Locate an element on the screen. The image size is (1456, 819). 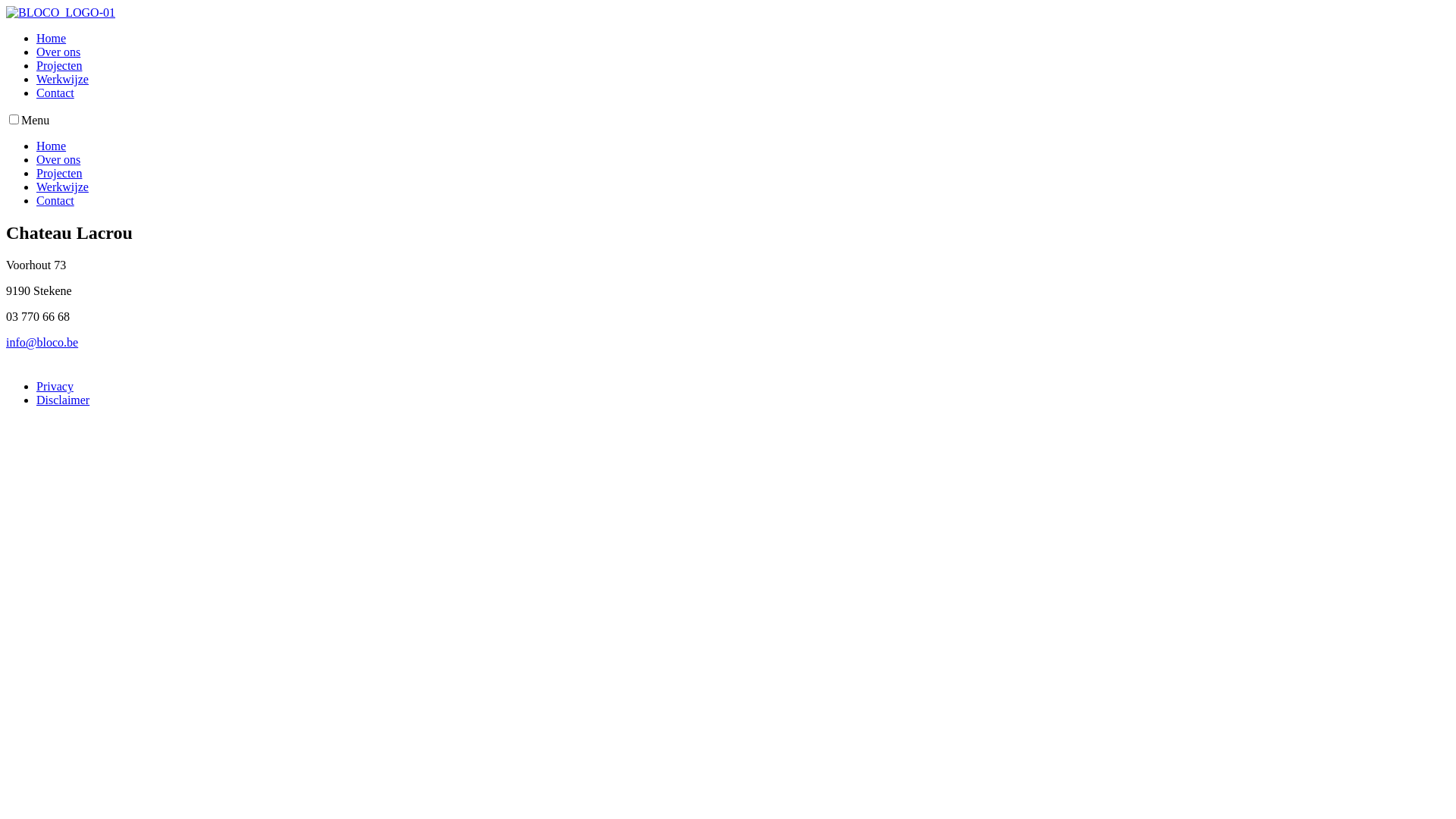
'Contact' is located at coordinates (36, 199).